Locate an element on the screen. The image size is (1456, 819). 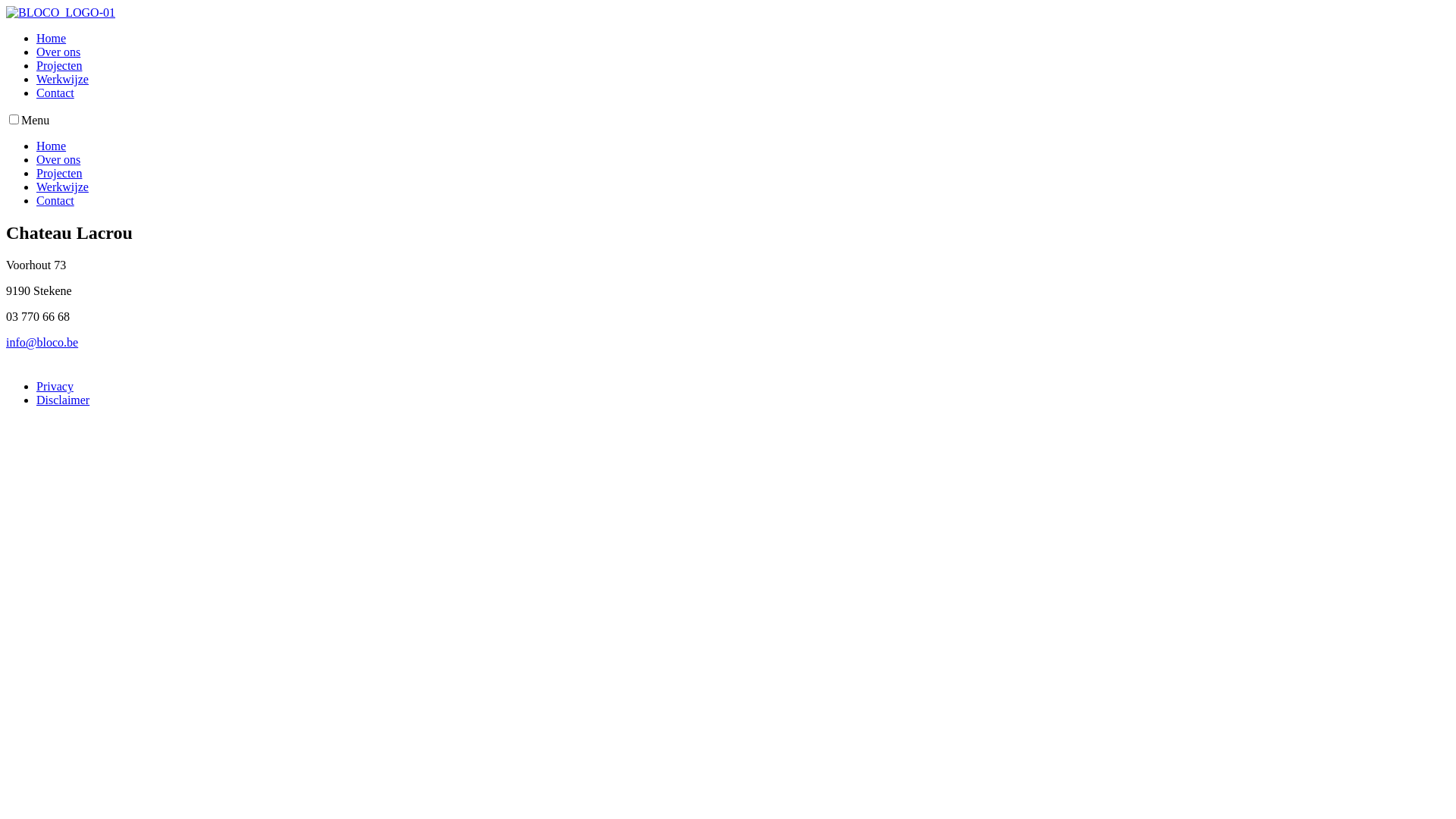
'Contact' is located at coordinates (36, 199).